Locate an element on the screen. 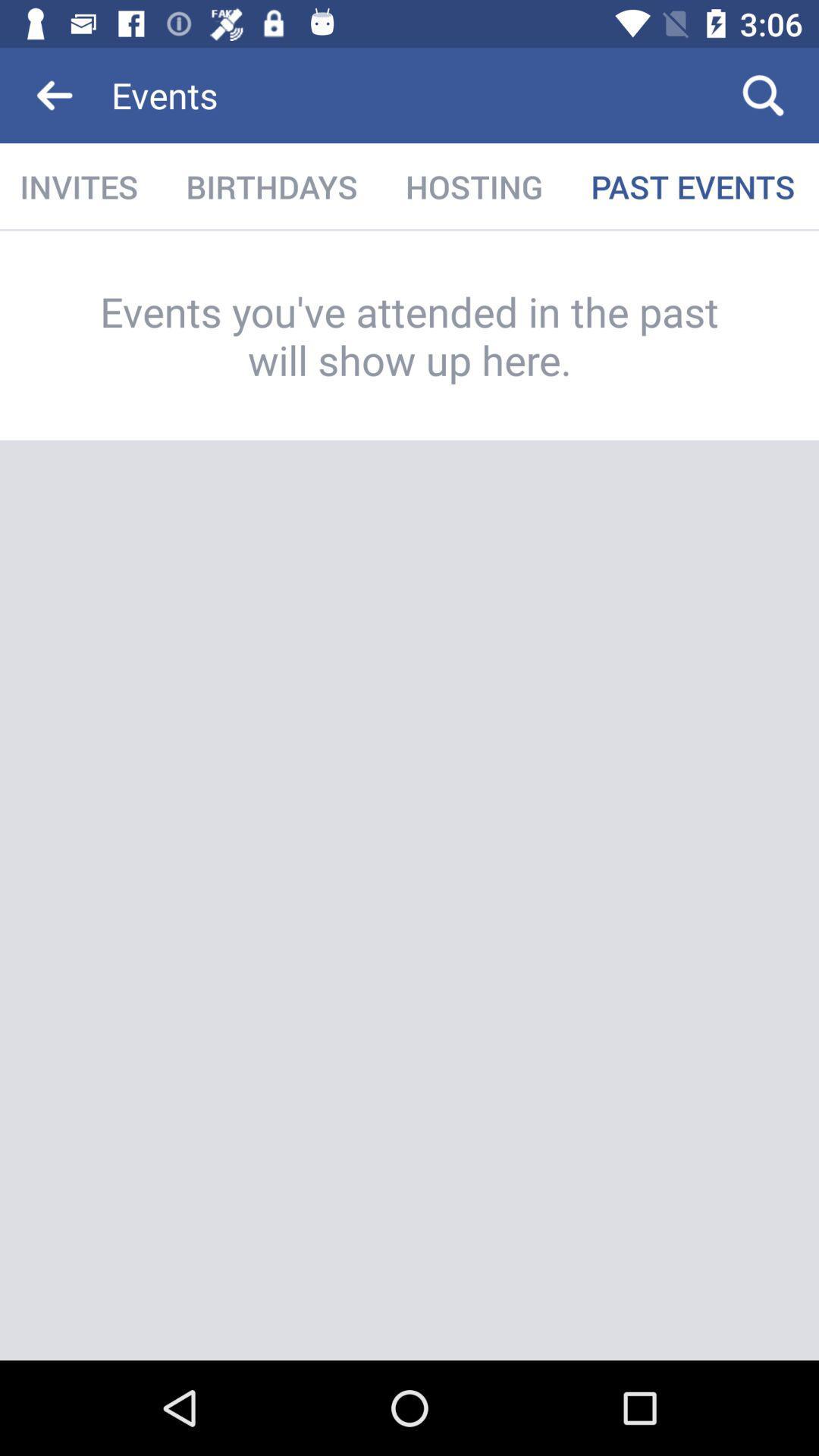  invites icon is located at coordinates (80, 186).